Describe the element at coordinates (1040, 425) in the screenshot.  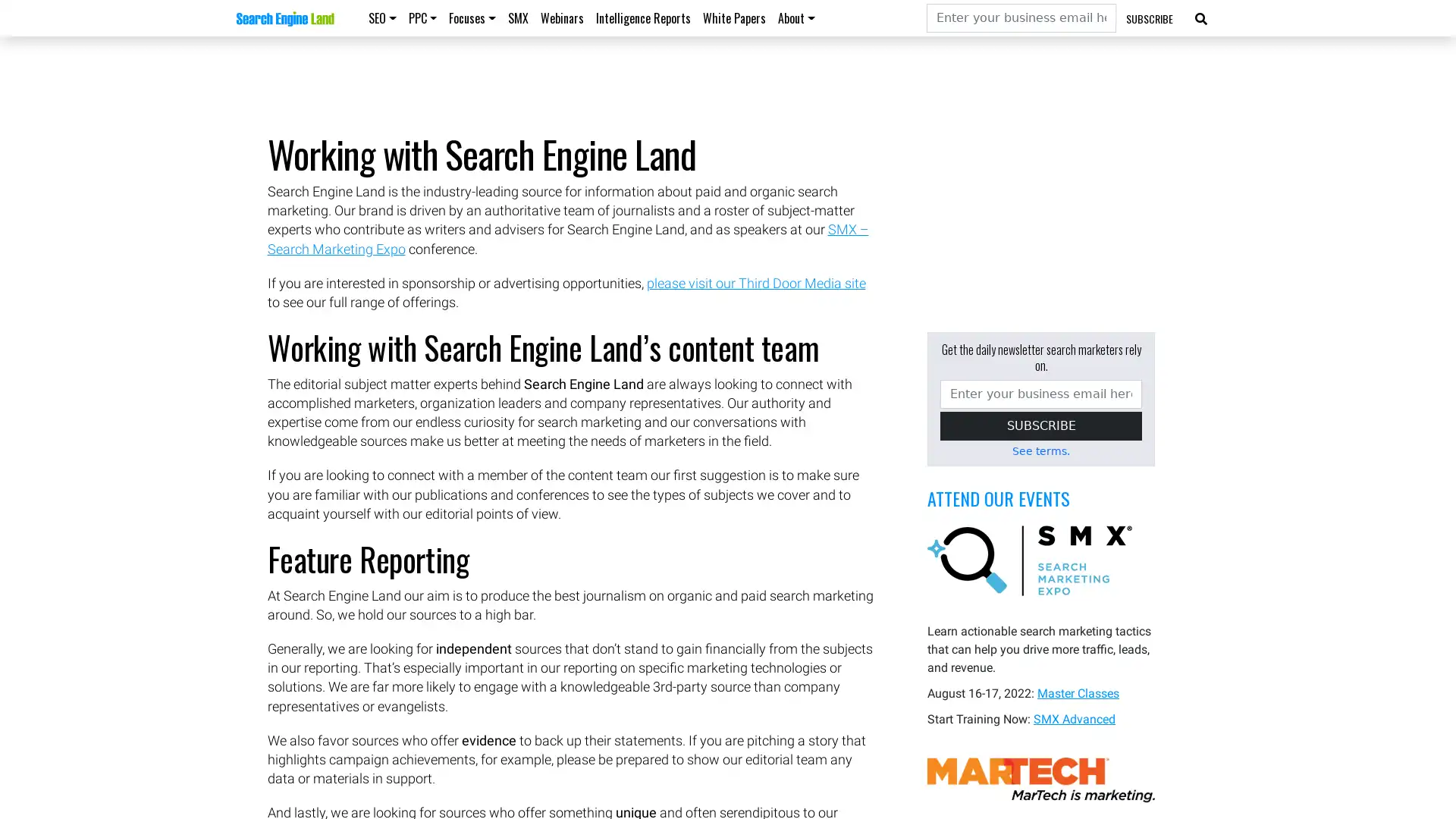
I see `SUBSCRIBE` at that location.